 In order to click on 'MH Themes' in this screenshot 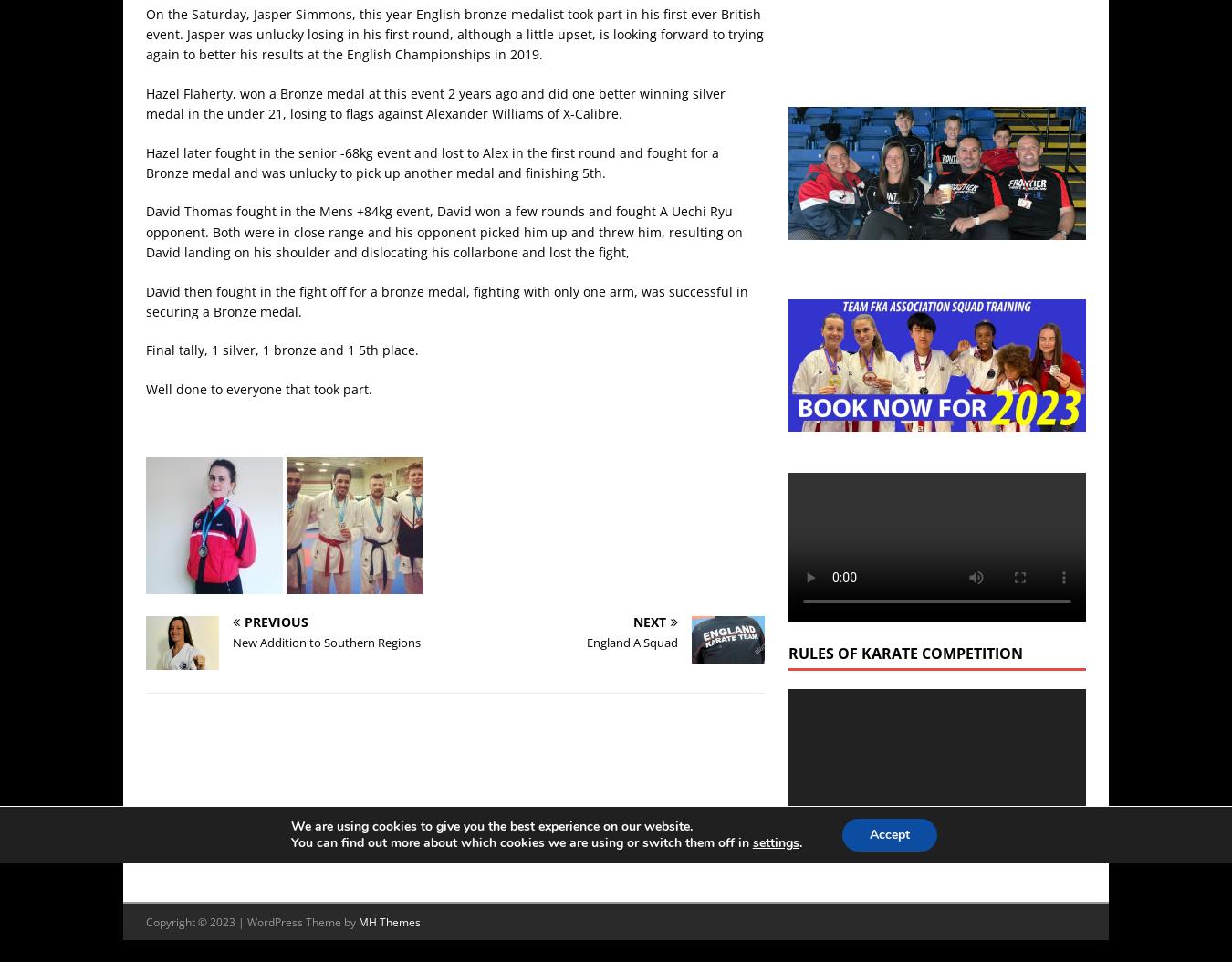, I will do `click(390, 921)`.